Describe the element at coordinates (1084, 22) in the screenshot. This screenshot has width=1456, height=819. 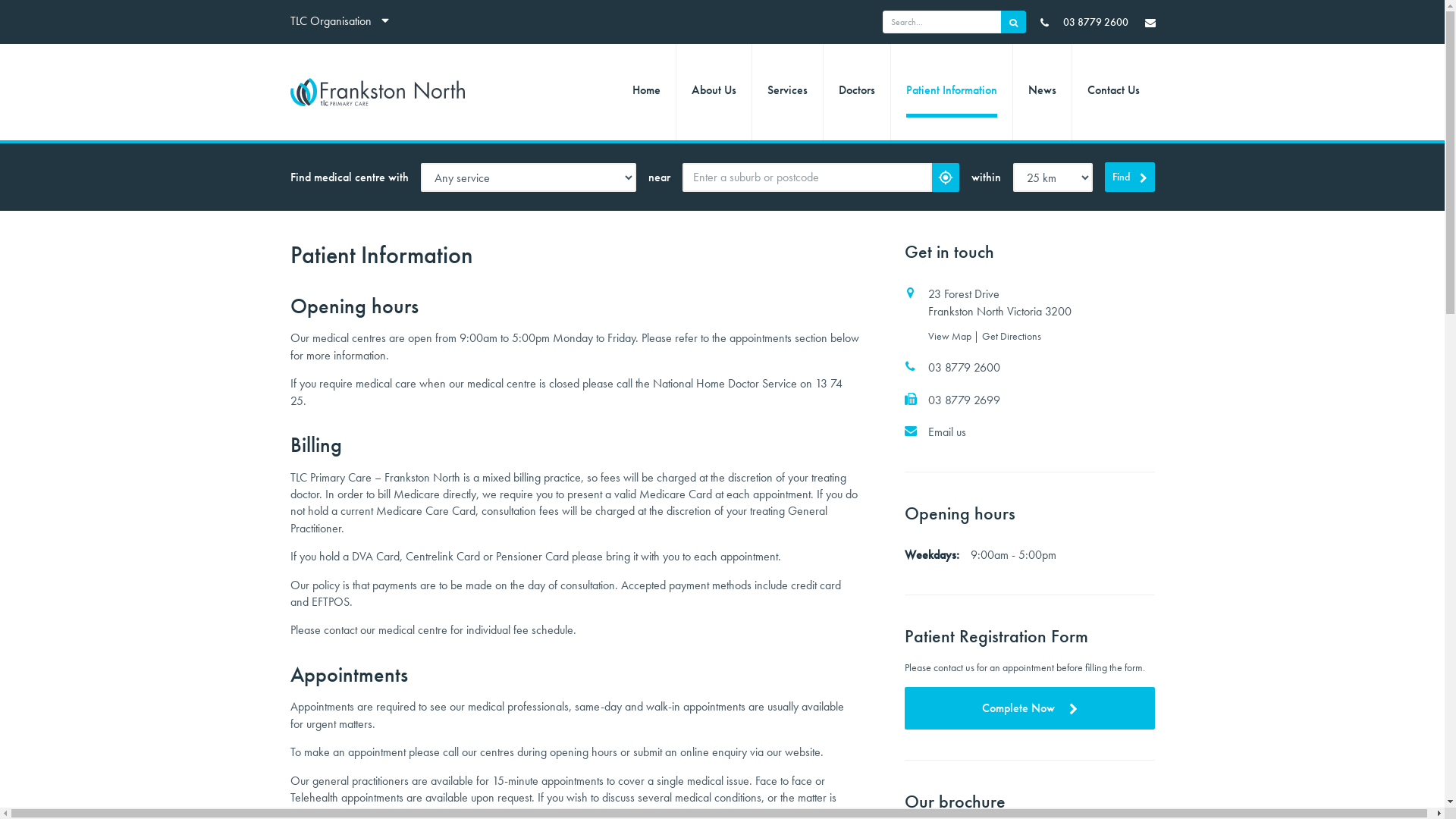
I see `' 03 8779 2600'` at that location.